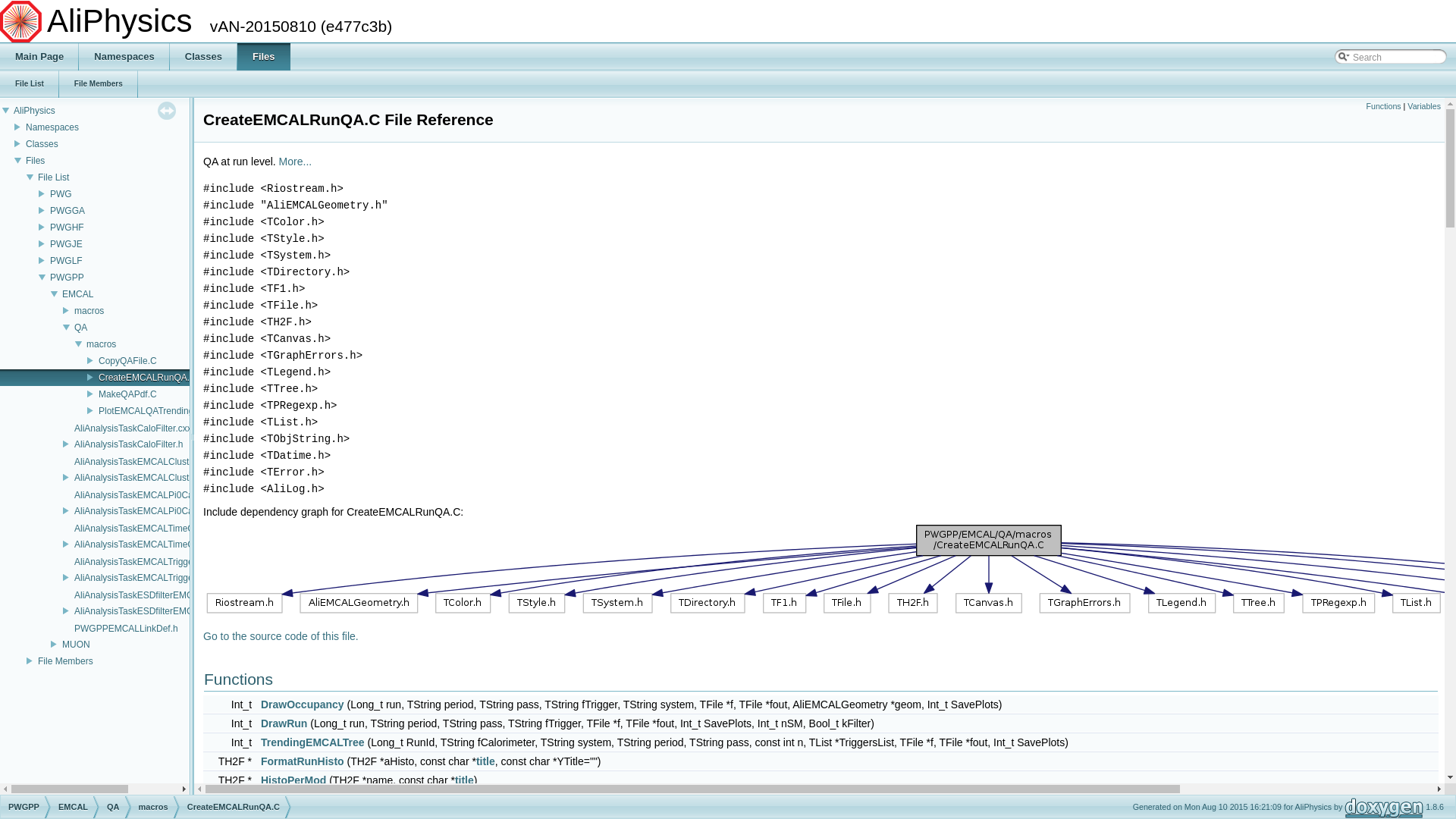  Describe the element at coordinates (83, 344) in the screenshot. I see `'macros'` at that location.